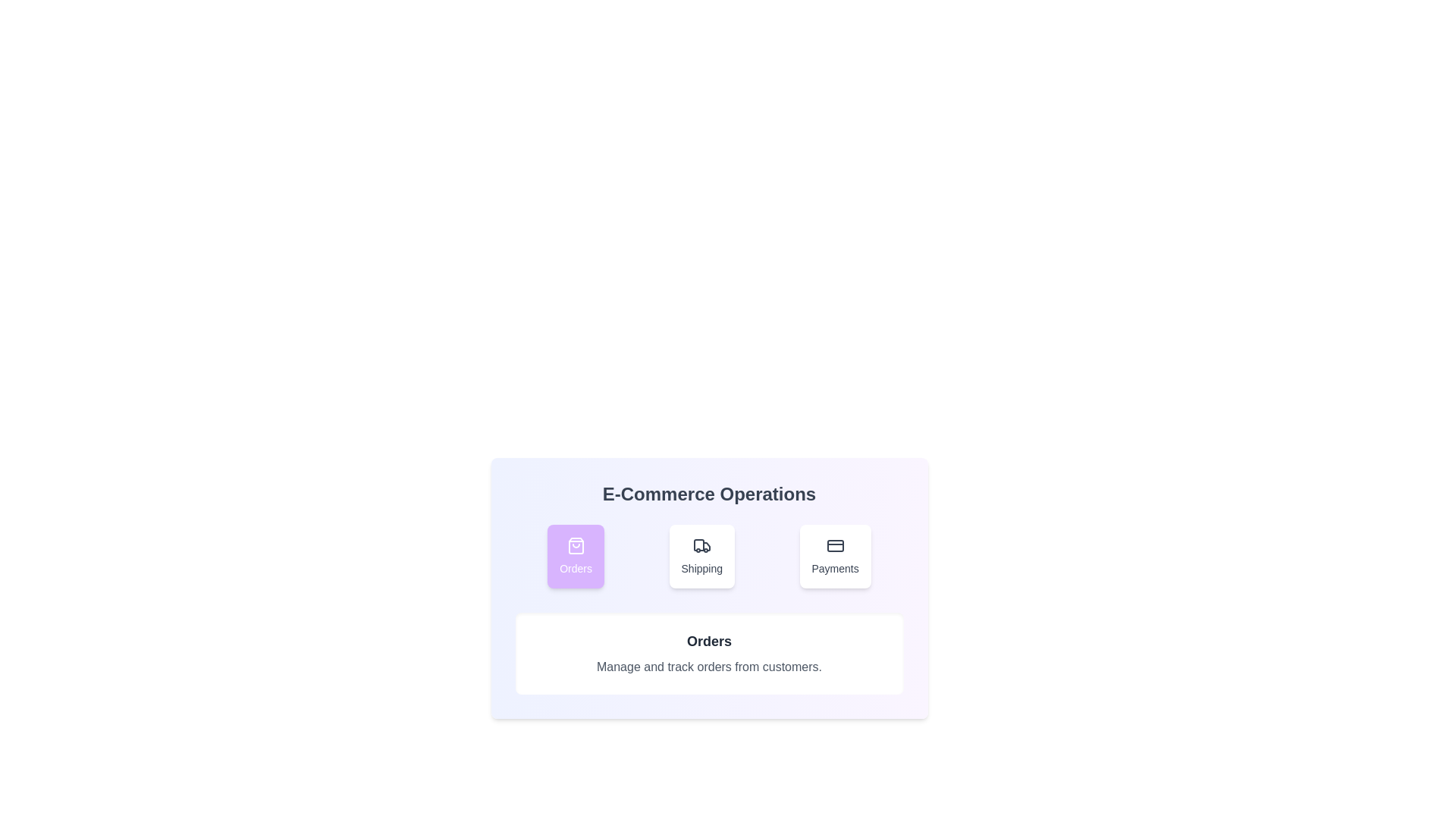 The width and height of the screenshot is (1456, 819). I want to click on the decorative rectangle with a dark border and transparent fill, located within the 'Payments' card icon, positioned in the middle row as the third card from the left, so click(834, 546).